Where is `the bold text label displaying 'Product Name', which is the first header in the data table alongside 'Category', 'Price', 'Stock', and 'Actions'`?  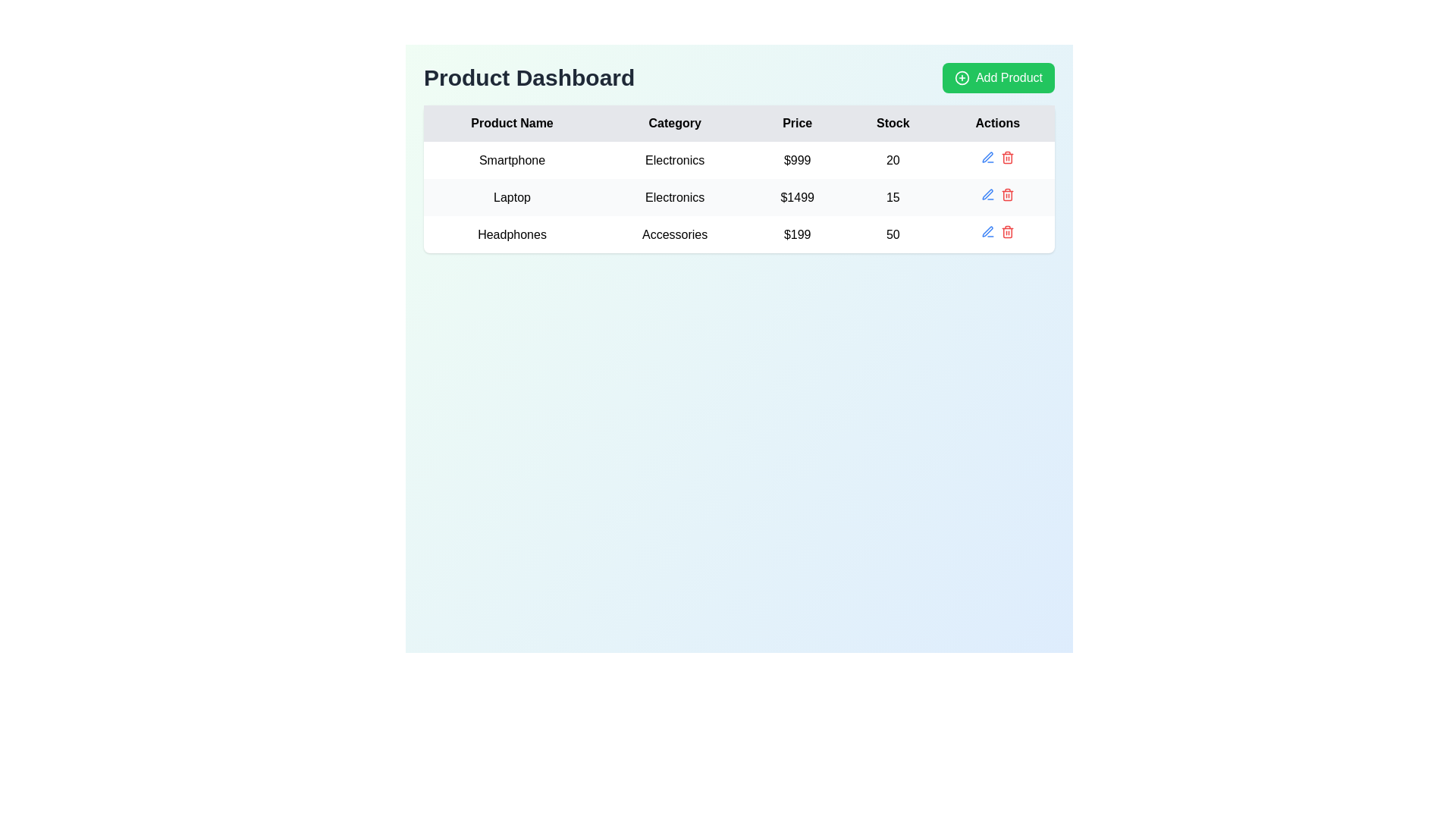
the bold text label displaying 'Product Name', which is the first header in the data table alongside 'Category', 'Price', 'Stock', and 'Actions' is located at coordinates (512, 122).